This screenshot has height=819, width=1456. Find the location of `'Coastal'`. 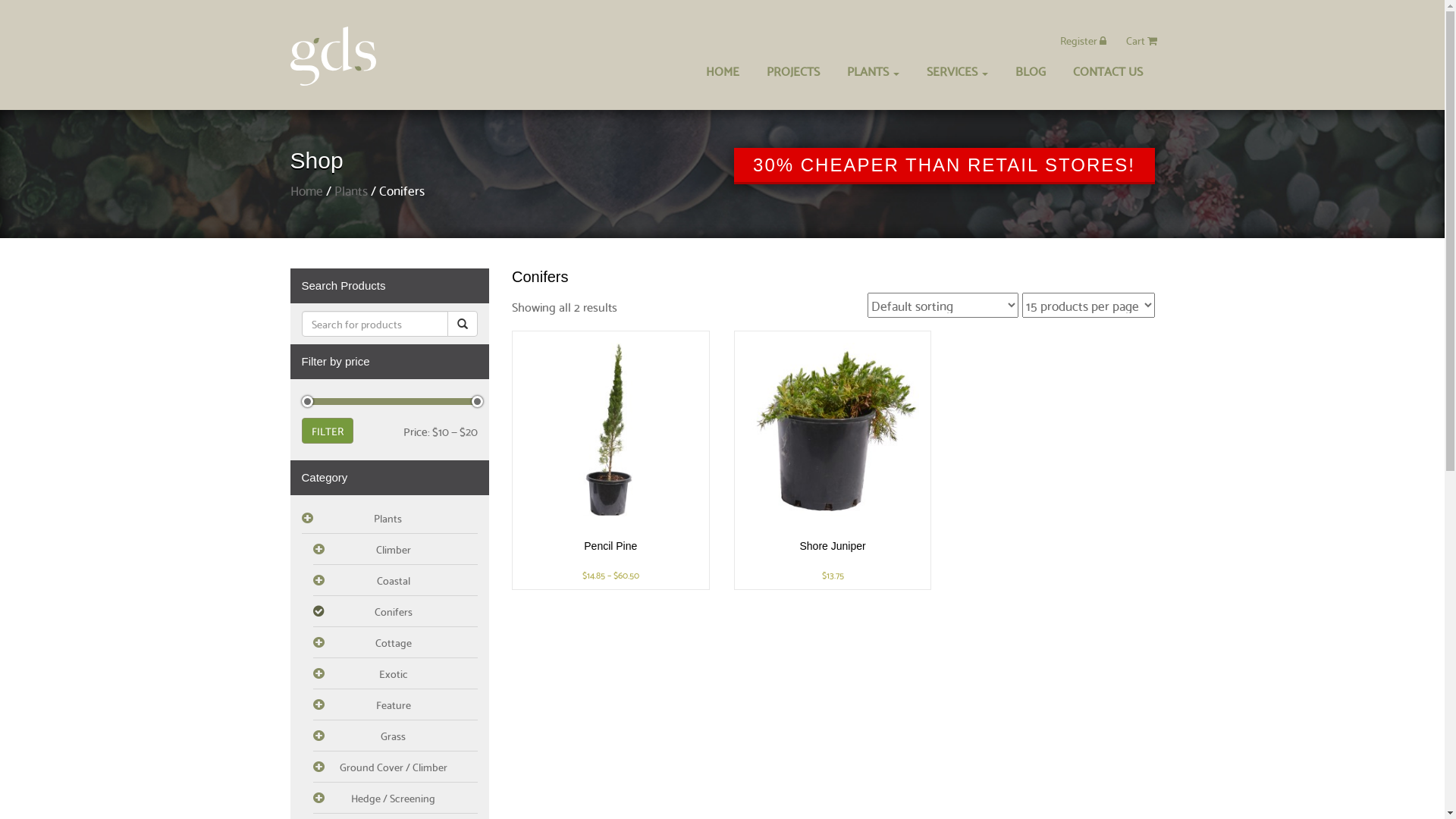

'Coastal' is located at coordinates (395, 580).